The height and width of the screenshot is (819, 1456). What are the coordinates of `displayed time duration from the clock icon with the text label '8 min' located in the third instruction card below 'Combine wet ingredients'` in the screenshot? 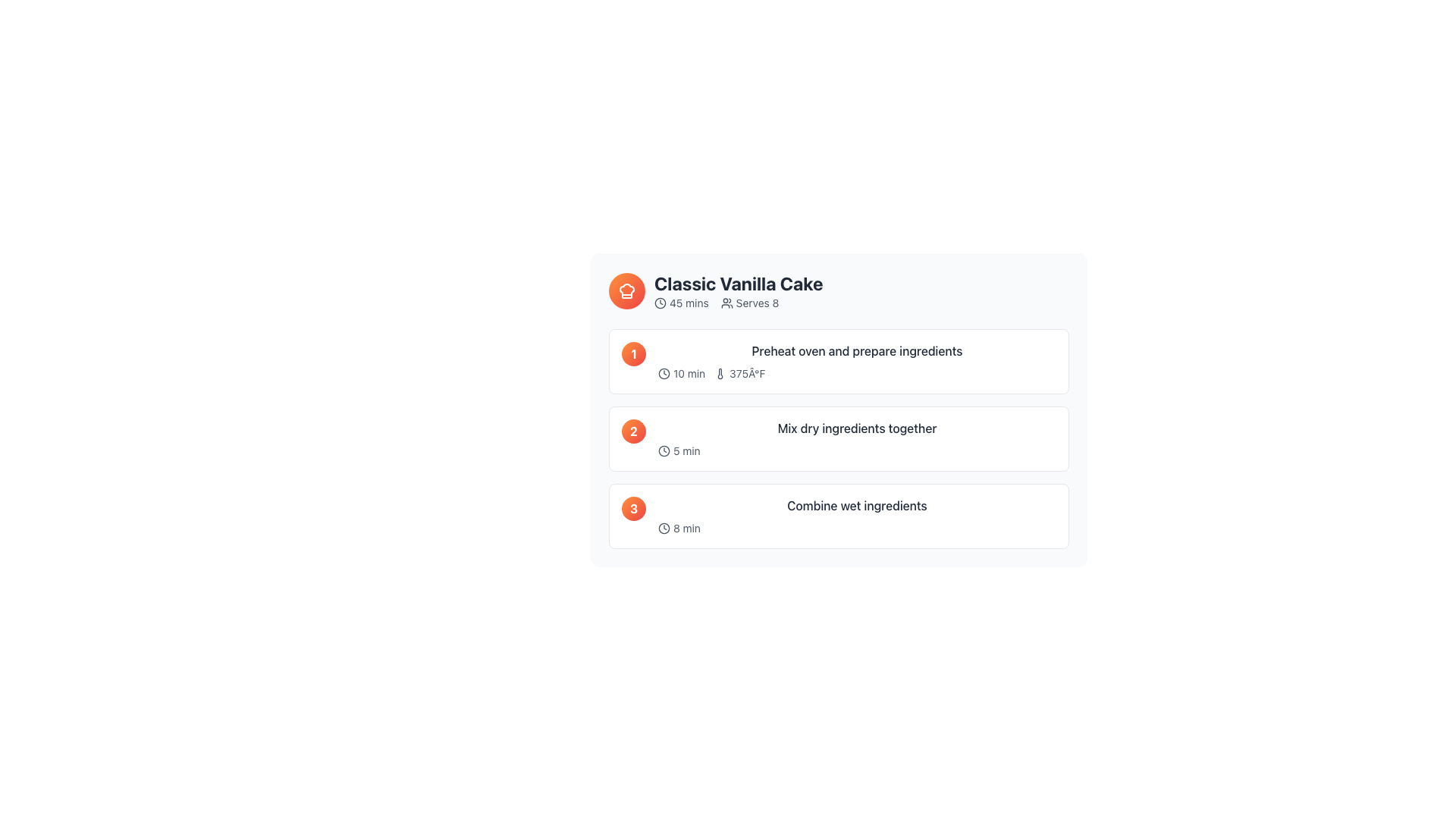 It's located at (679, 528).